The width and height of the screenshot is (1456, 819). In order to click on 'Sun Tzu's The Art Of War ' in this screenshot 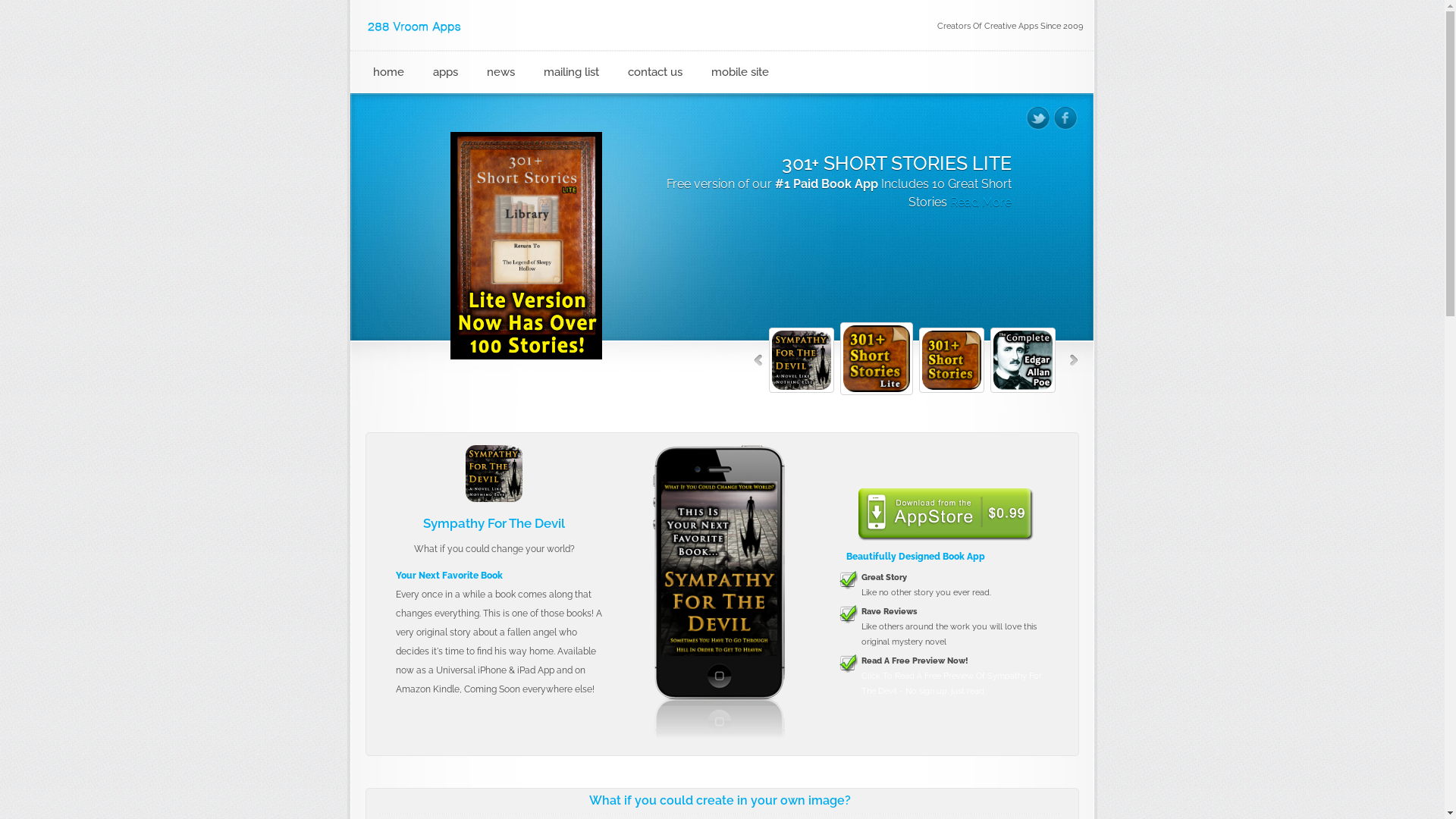, I will do `click(718, 568)`.